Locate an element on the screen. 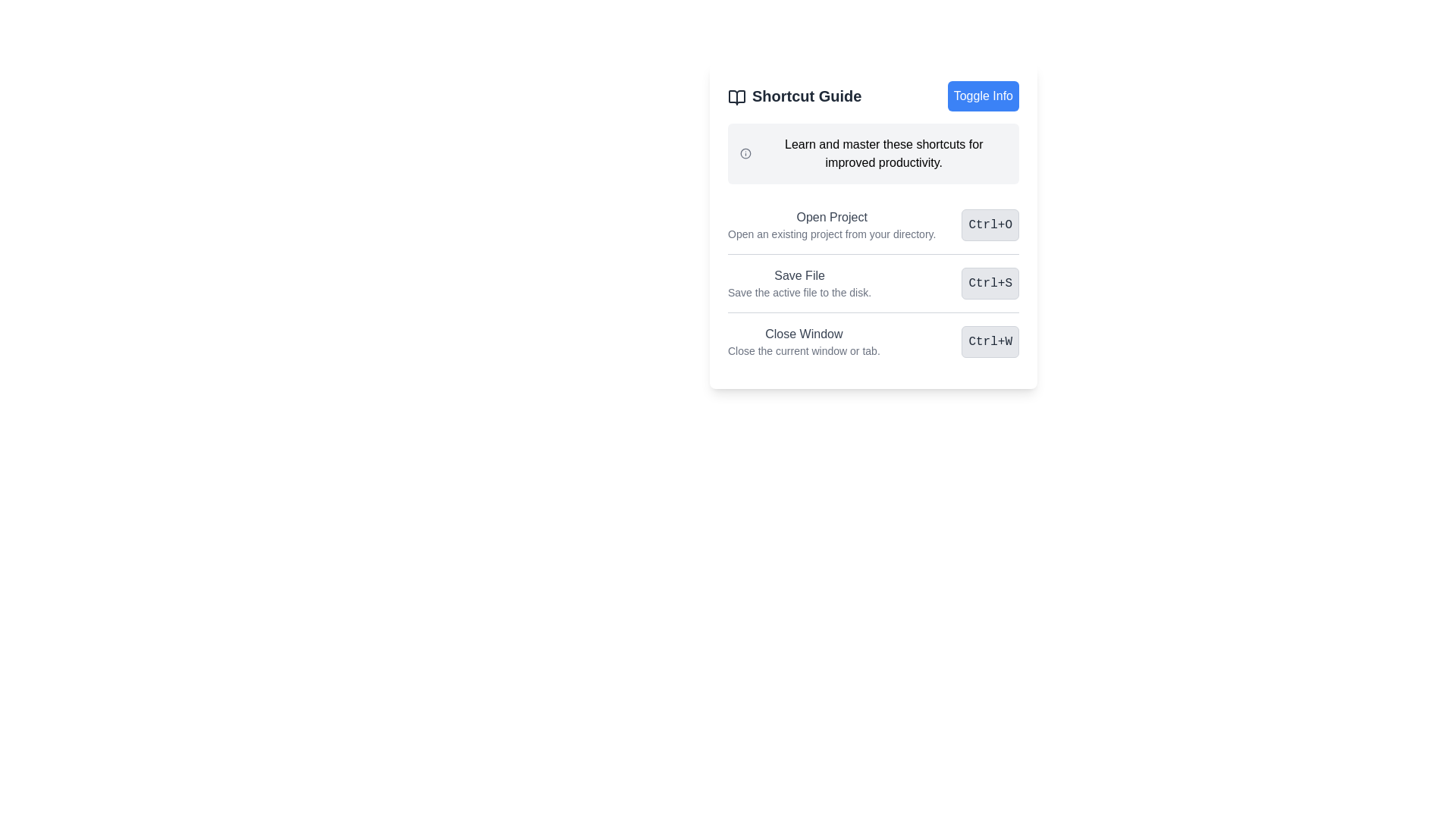  title text that serves as the header for the adjacent content in the panel is located at coordinates (794, 96).